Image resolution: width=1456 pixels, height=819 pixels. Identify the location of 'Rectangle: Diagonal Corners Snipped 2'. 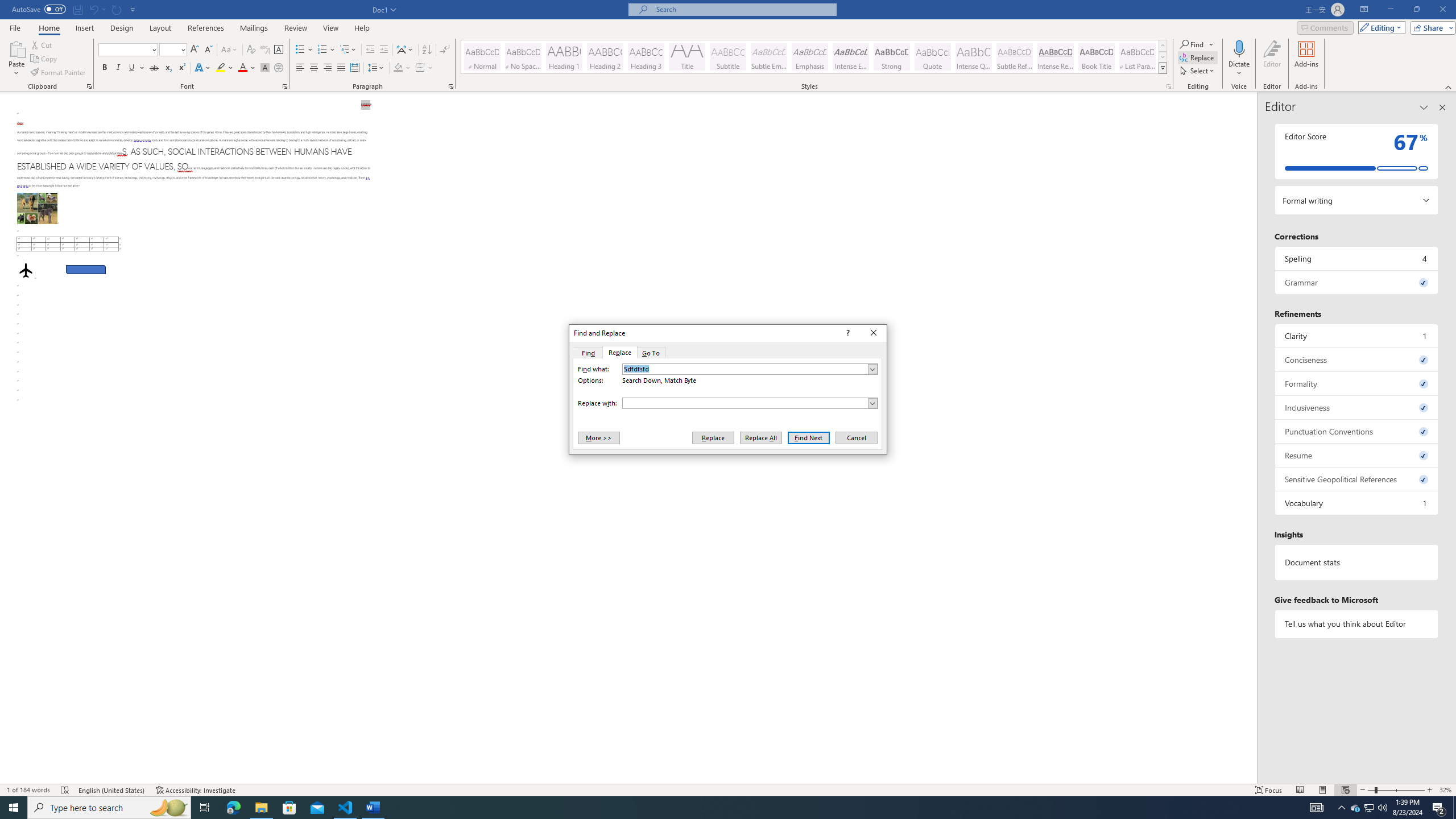
(85, 270).